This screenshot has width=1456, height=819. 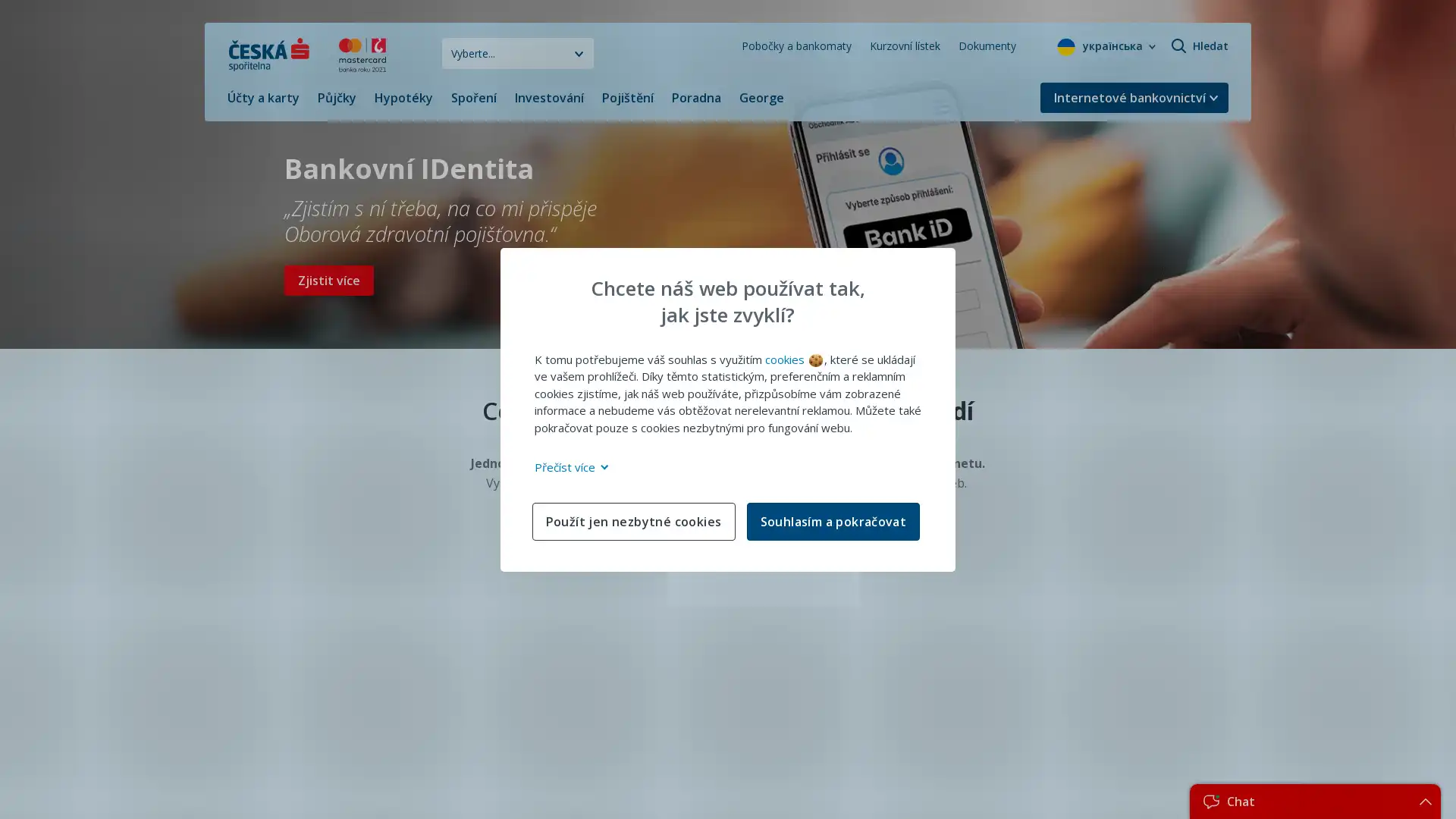 I want to click on Souhlasim a pokracovat, so click(x=832, y=519).